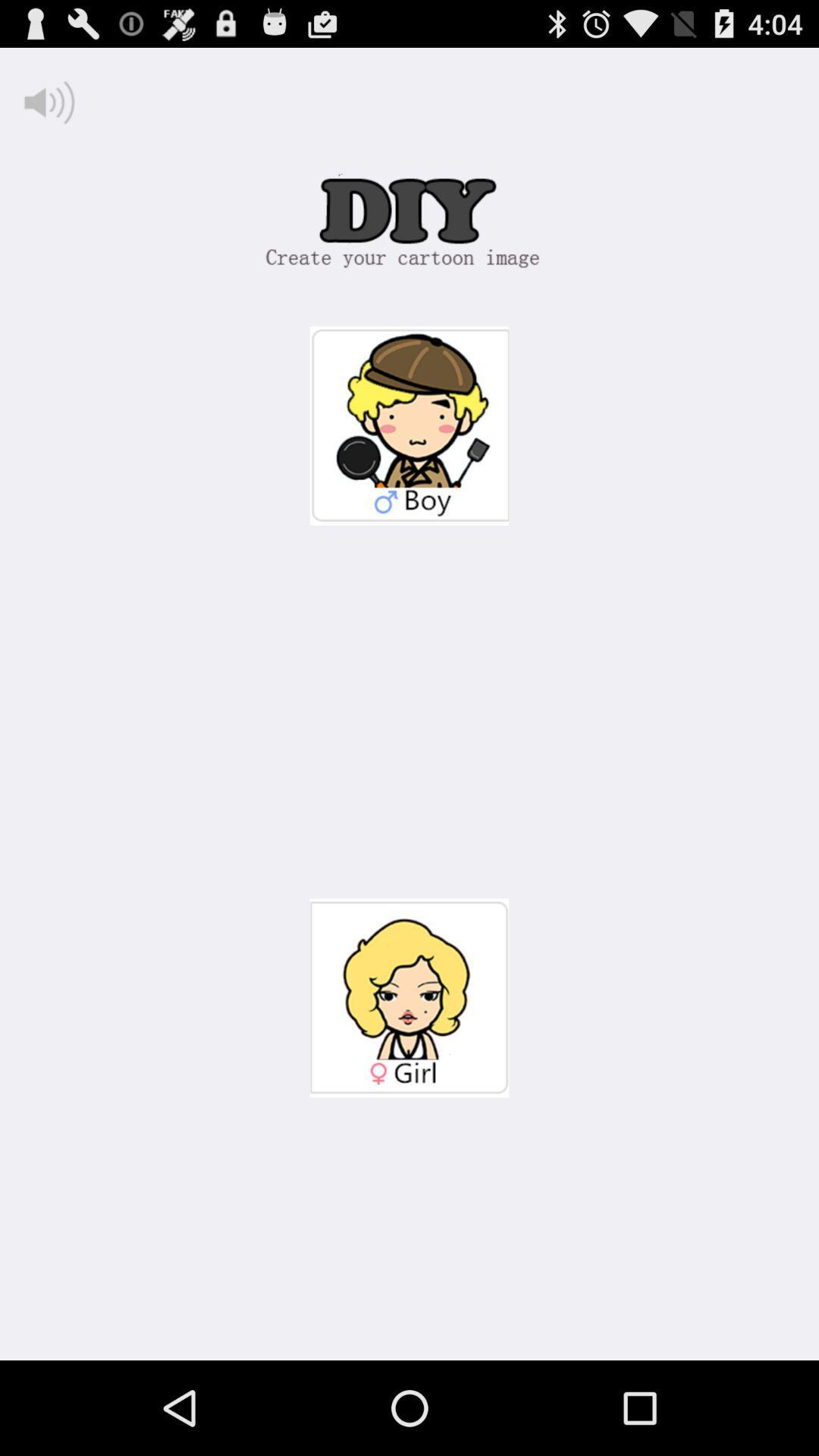 The height and width of the screenshot is (1456, 819). I want to click on the item at the top left corner, so click(49, 102).